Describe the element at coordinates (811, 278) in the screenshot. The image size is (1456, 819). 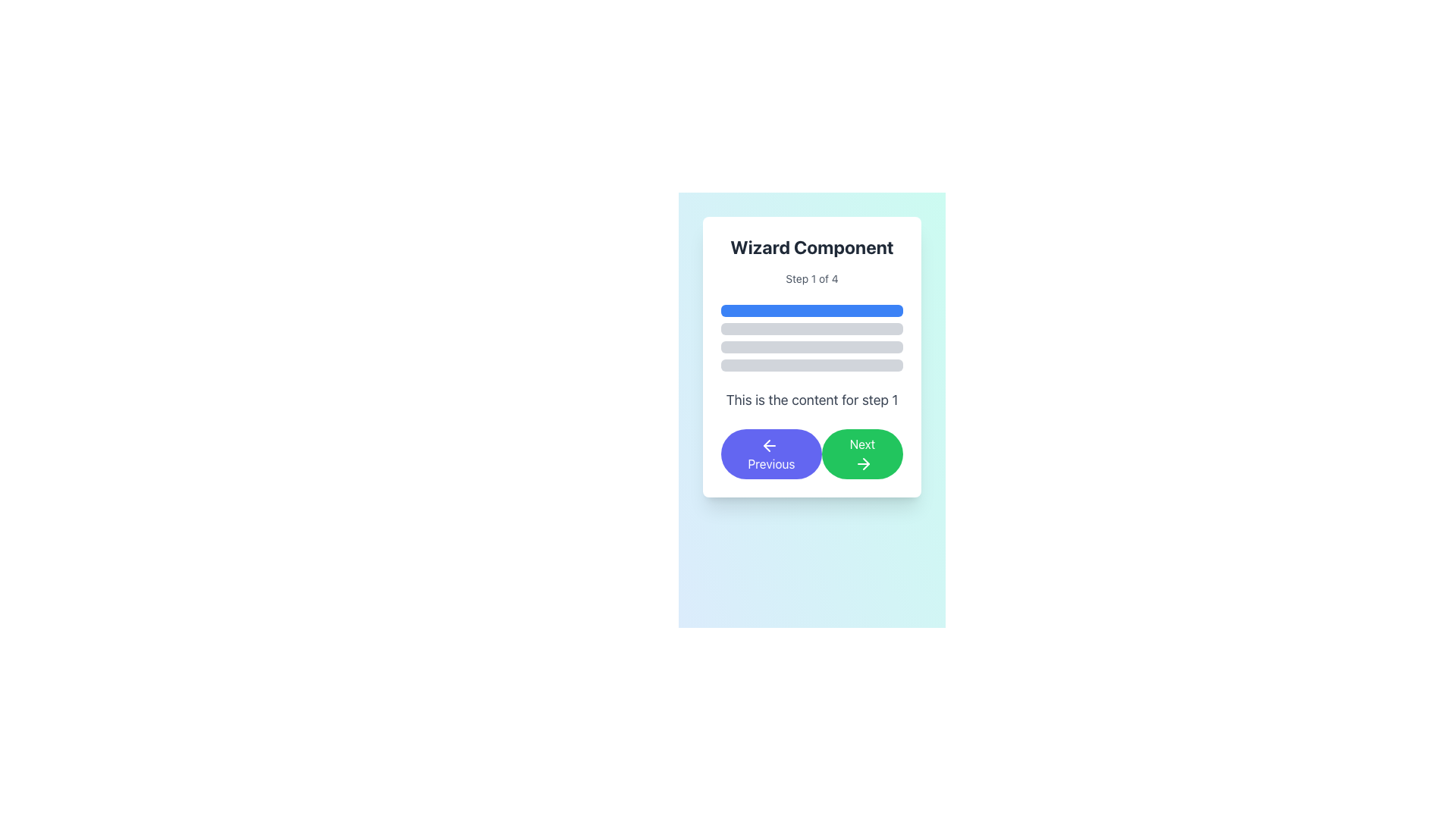
I see `the Text Label indicating current progression in the Wizard Component, positioned below the heading and above the progress bars` at that location.